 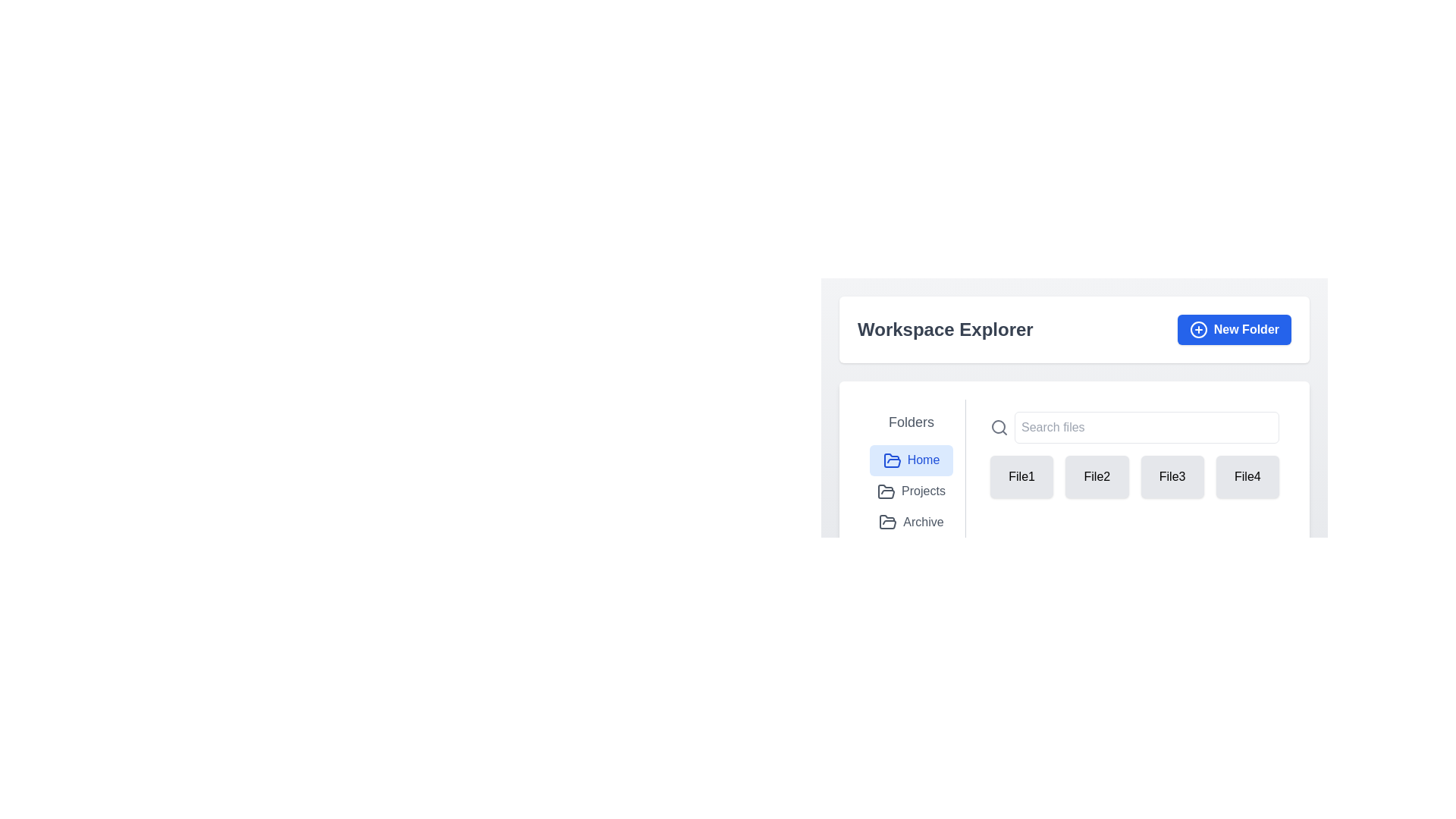 What do you see at coordinates (886, 491) in the screenshot?
I see `the 'Projects' folder icon located in the sidebar, which is positioned next to the 'Projects' text label and between the 'Home' and 'Archive' icons` at bounding box center [886, 491].